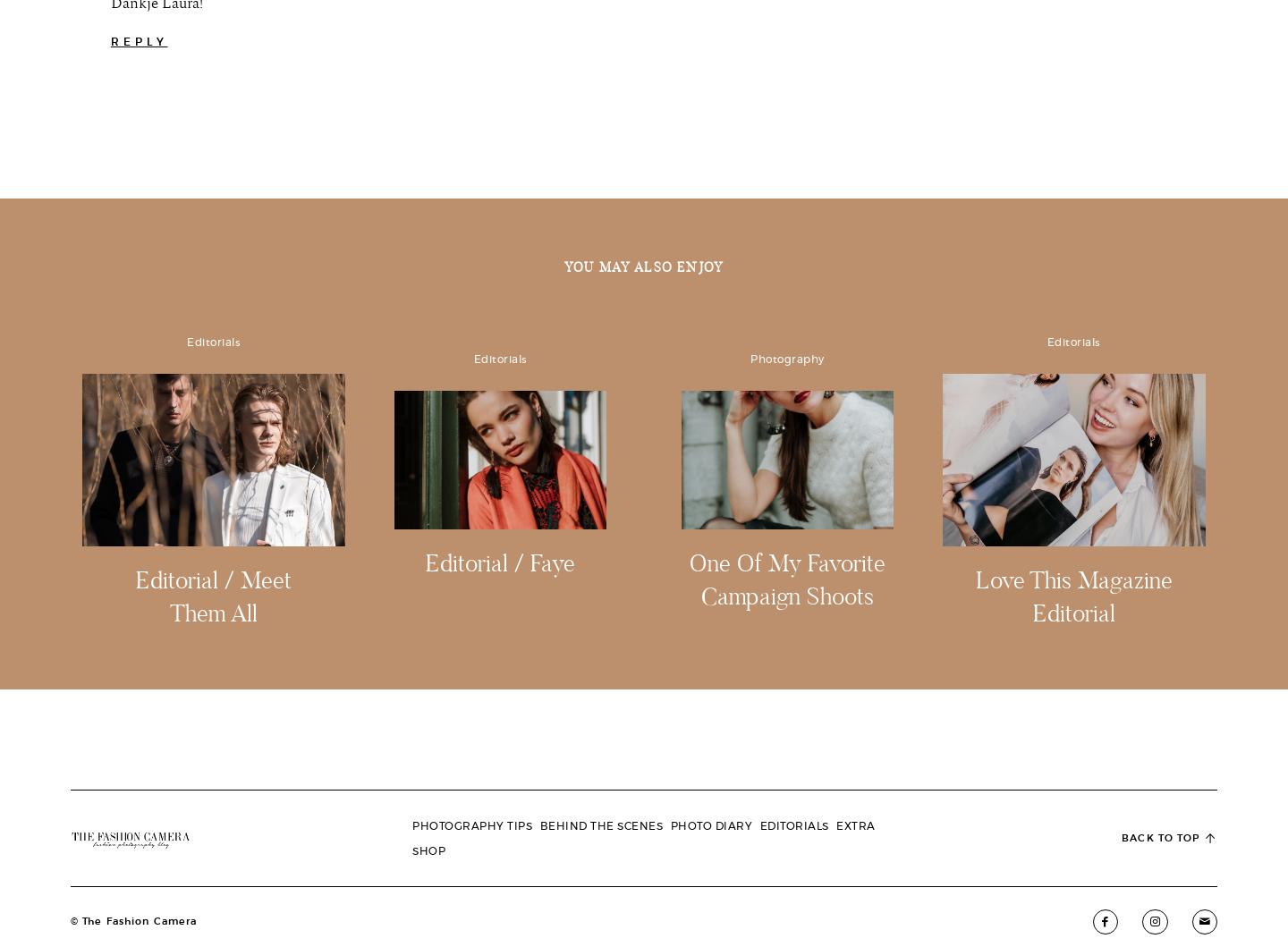  What do you see at coordinates (855, 712) in the screenshot?
I see `'Lightroom Presets'` at bounding box center [855, 712].